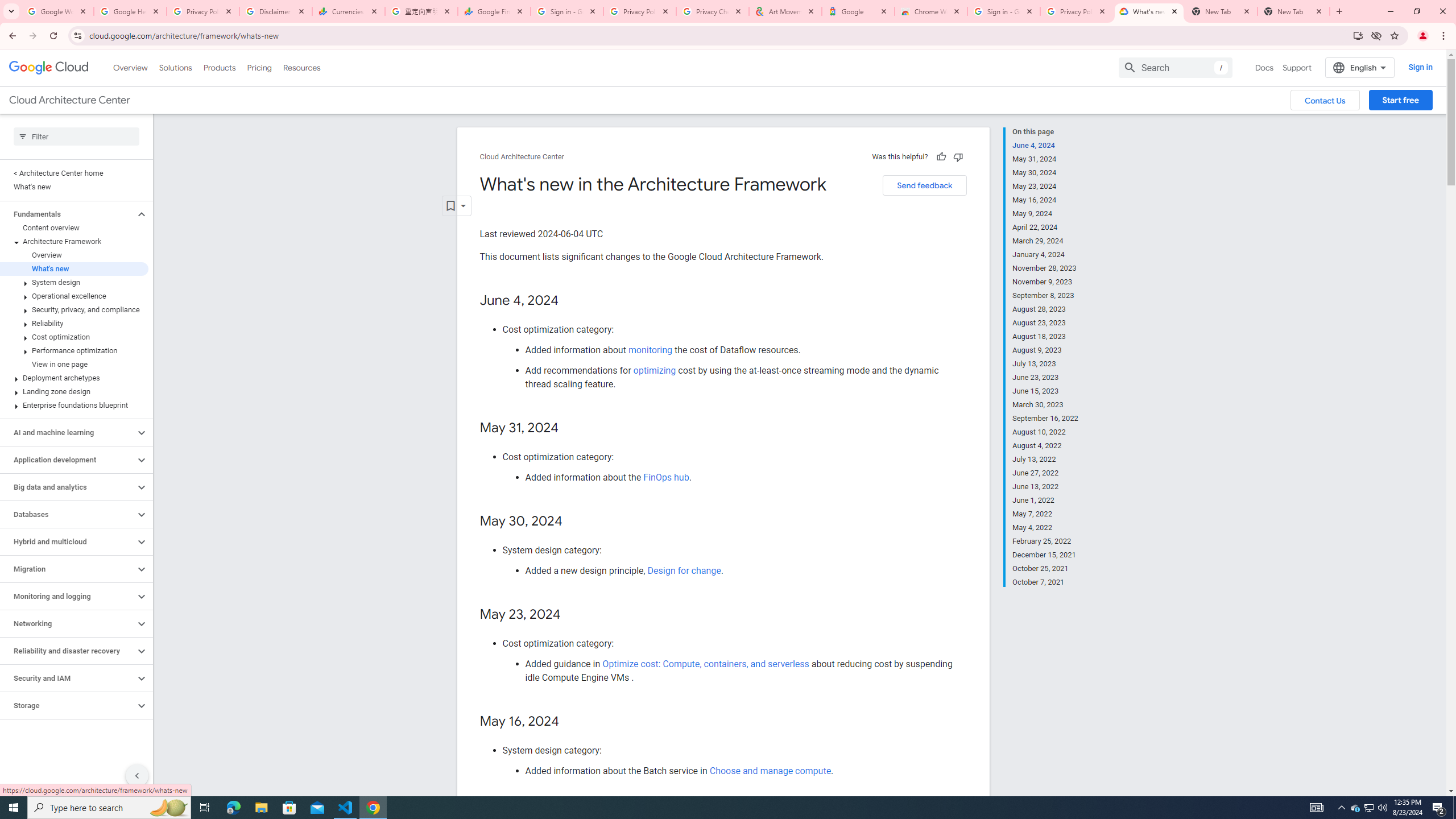  Describe the element at coordinates (653, 370) in the screenshot. I see `'optimizing'` at that location.